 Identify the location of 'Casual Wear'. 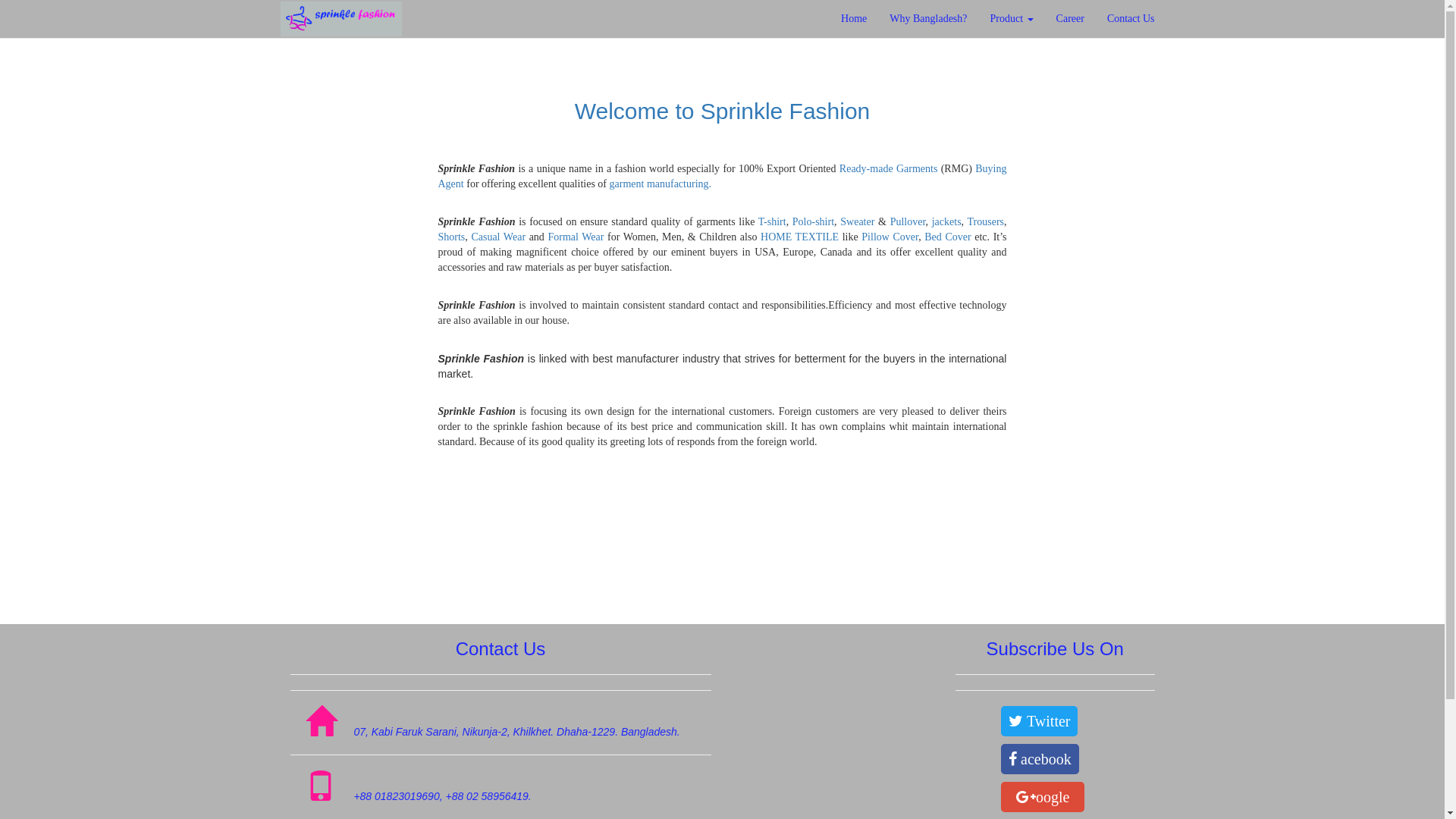
(498, 237).